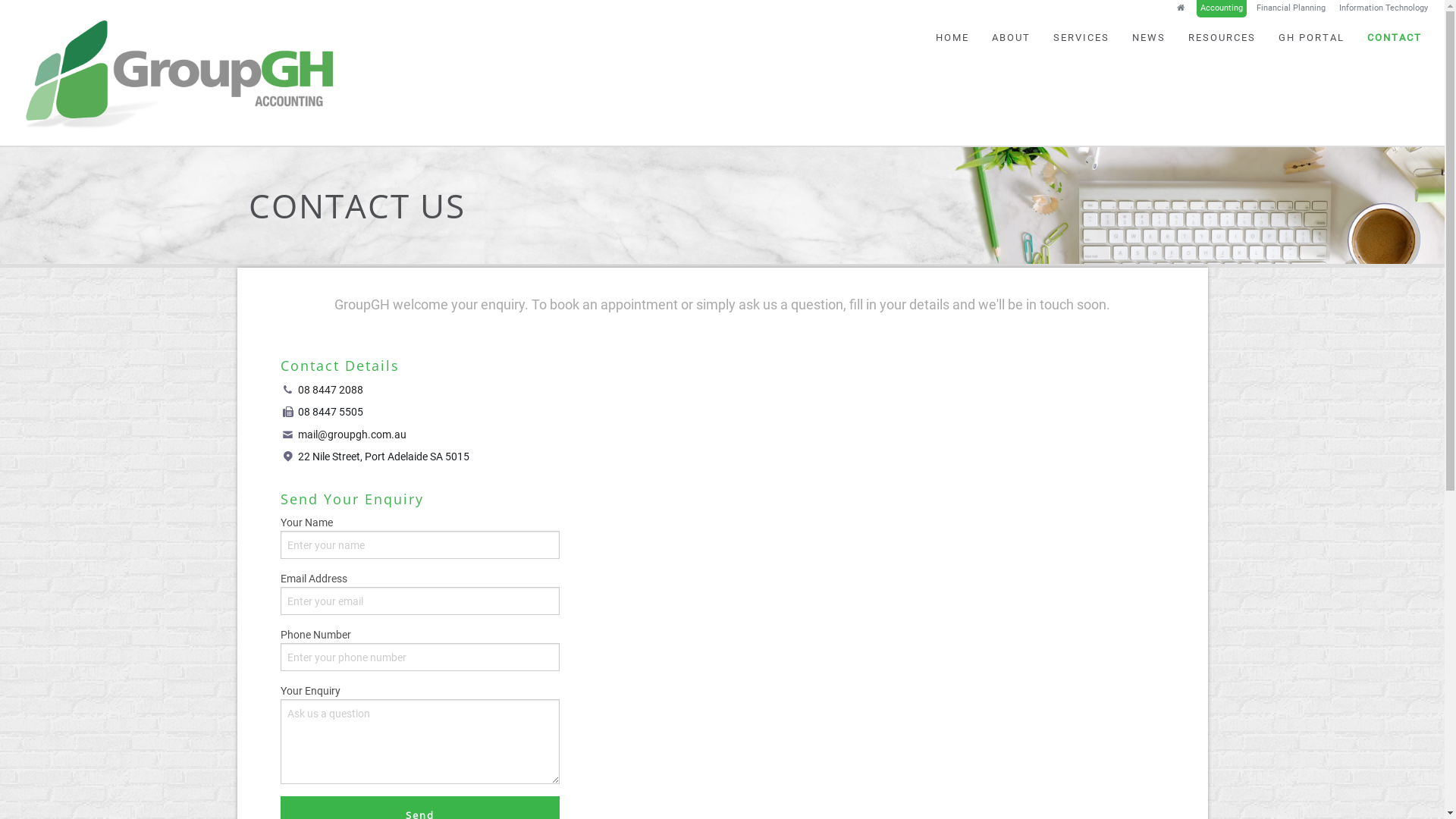 The width and height of the screenshot is (1456, 819). Describe the element at coordinates (351, 435) in the screenshot. I see `'mail@groupgh.com.au'` at that location.